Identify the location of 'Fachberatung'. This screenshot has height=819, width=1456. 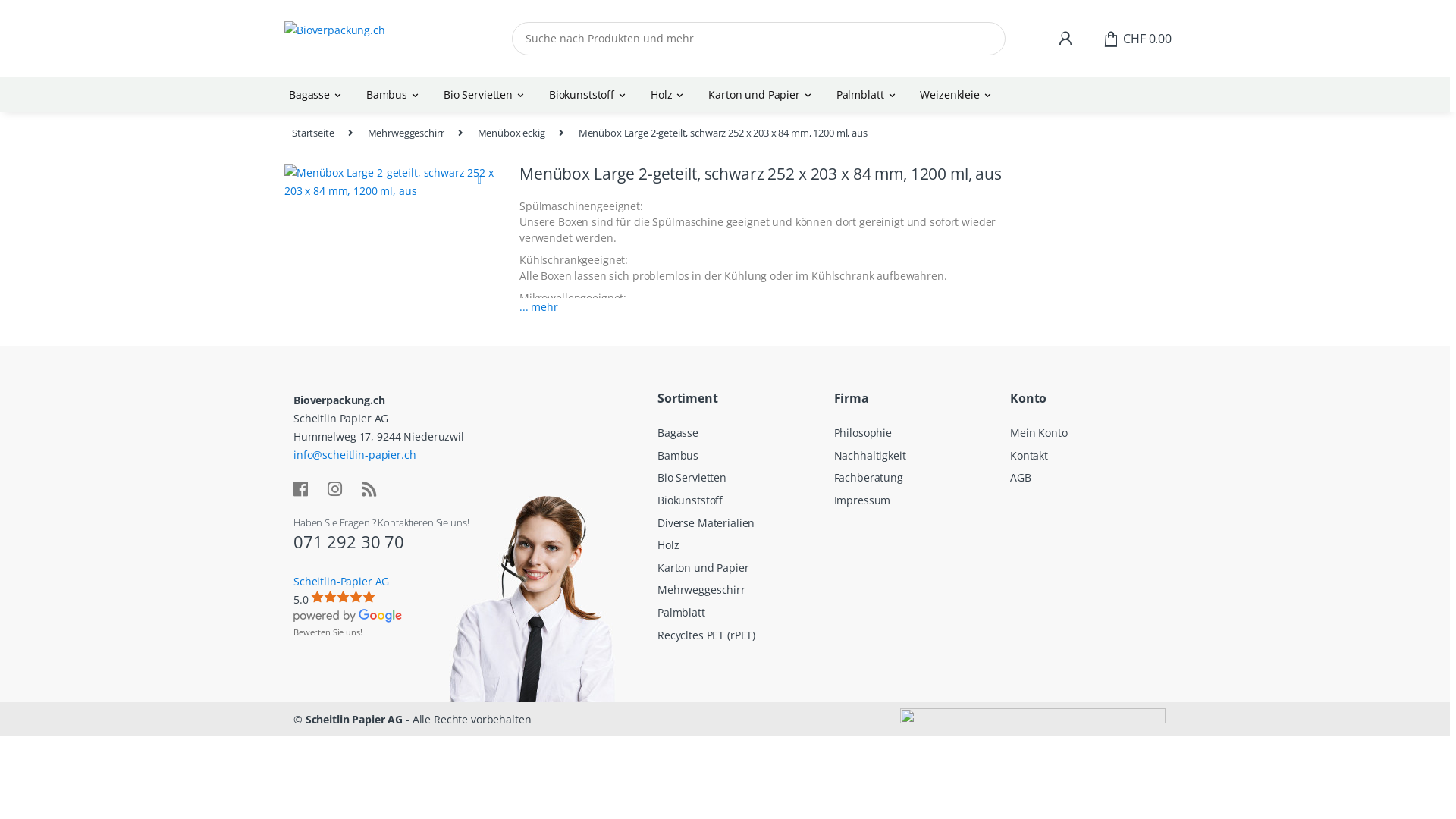
(833, 476).